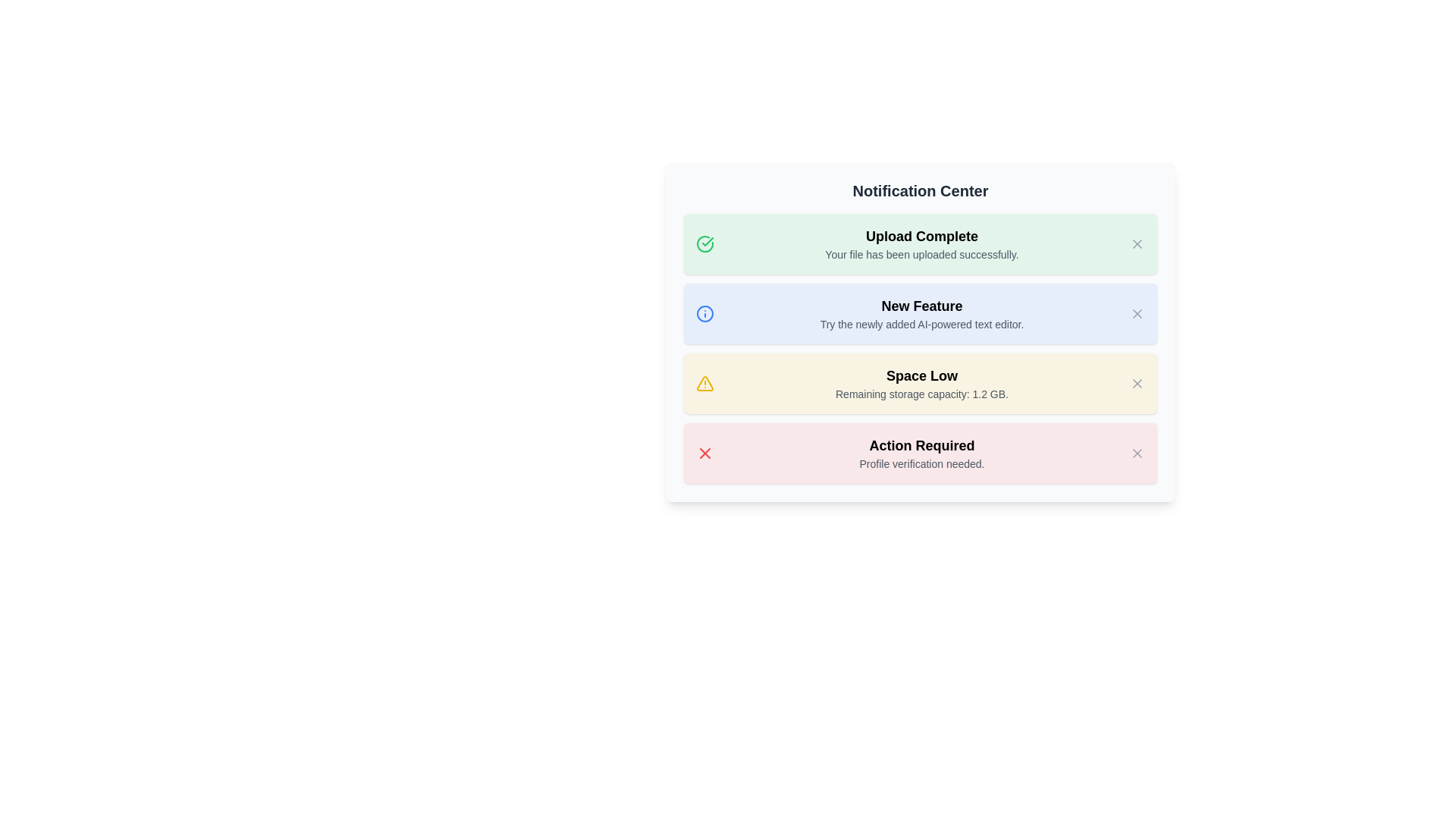  What do you see at coordinates (704, 382) in the screenshot?
I see `the yellow warning triangle icon with an exclamation mark, located to the left of the 'Space Low' notification in the notification center` at bounding box center [704, 382].